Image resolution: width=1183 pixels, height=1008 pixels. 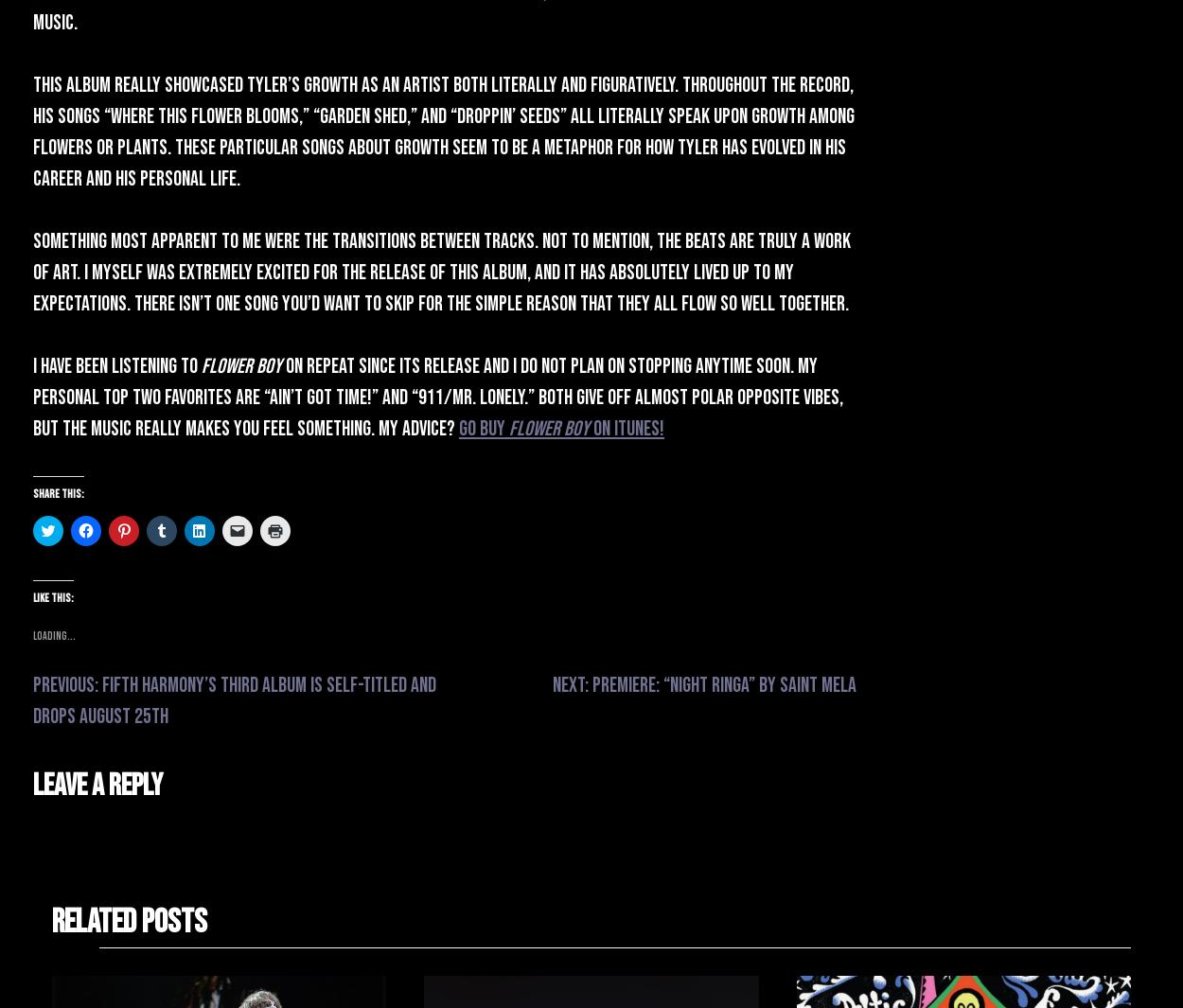 I want to click on 'Loading...', so click(x=33, y=635).